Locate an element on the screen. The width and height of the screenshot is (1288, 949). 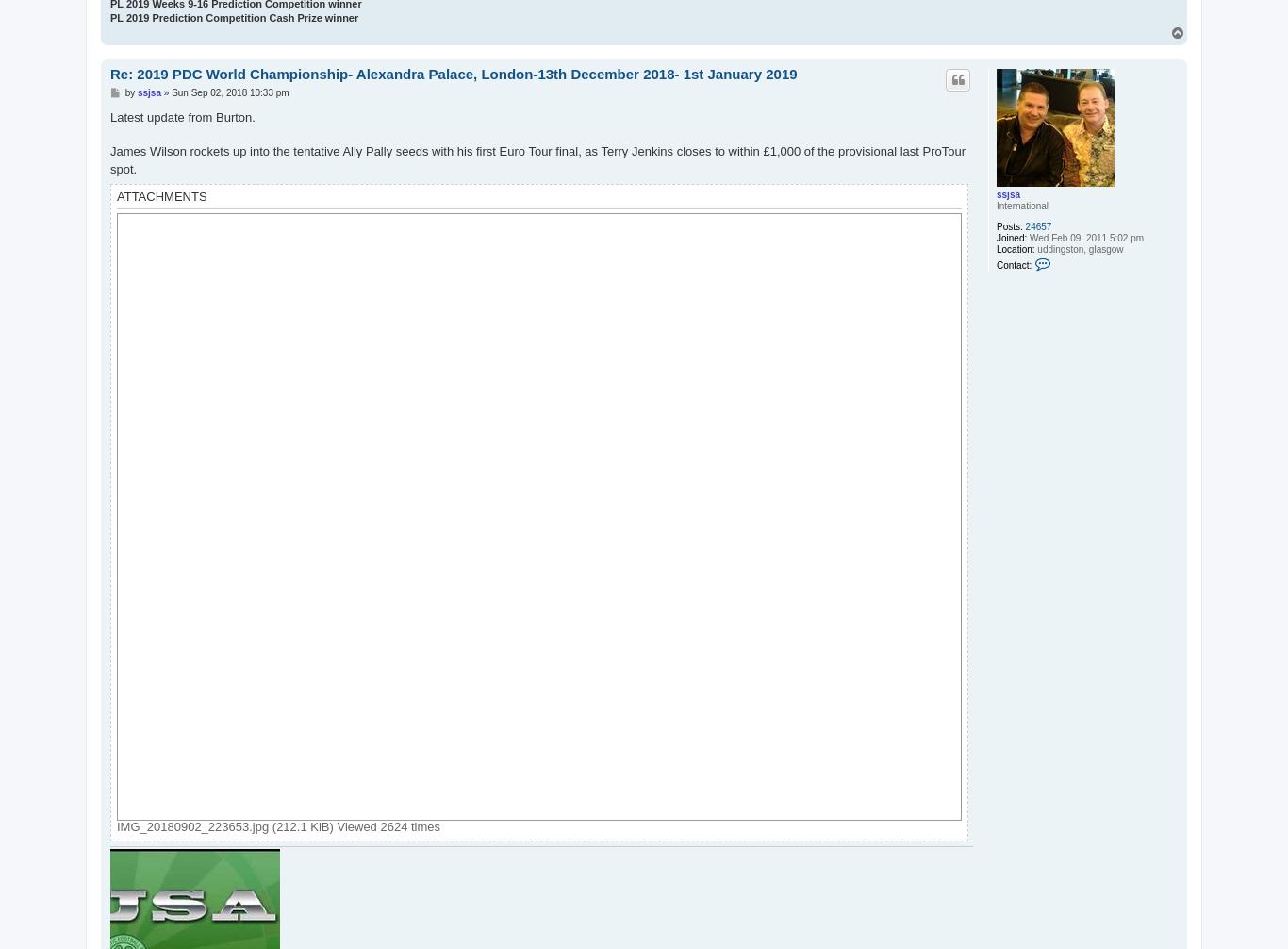
'Location:' is located at coordinates (996, 247).